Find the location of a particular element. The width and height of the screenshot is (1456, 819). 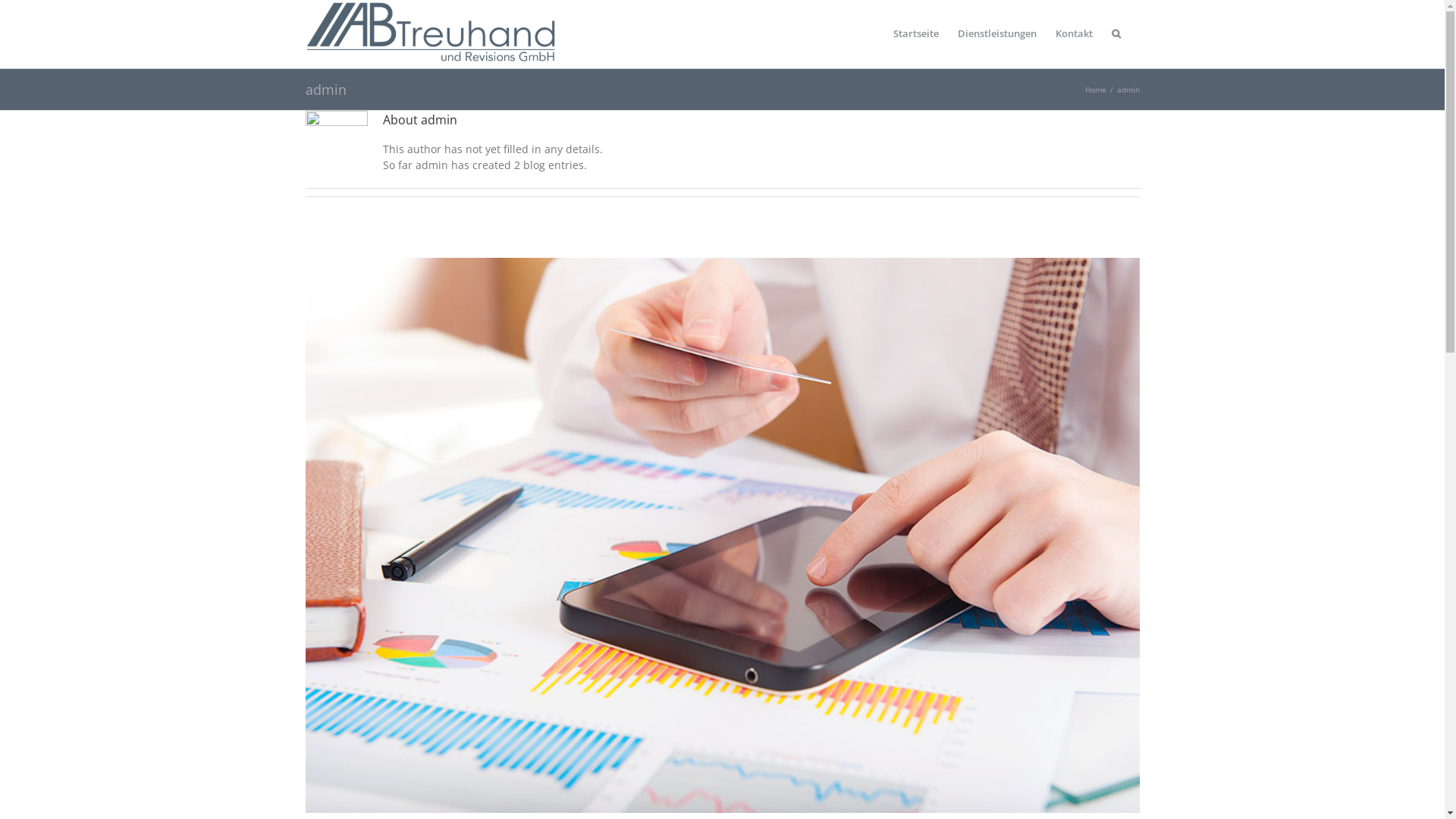

'Search' is located at coordinates (1116, 34).